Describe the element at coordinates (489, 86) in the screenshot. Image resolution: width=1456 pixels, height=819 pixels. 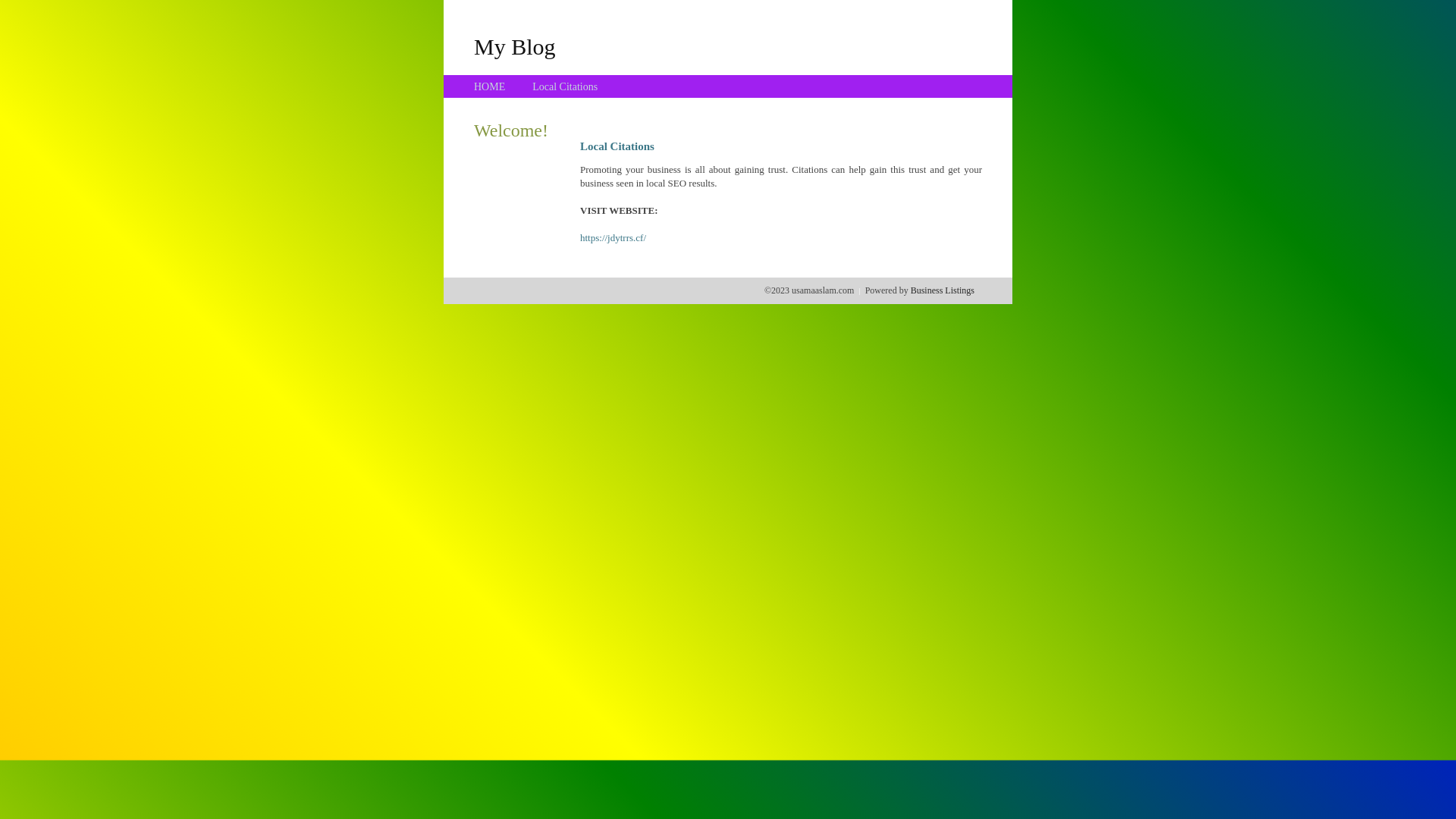
I see `'HOME'` at that location.